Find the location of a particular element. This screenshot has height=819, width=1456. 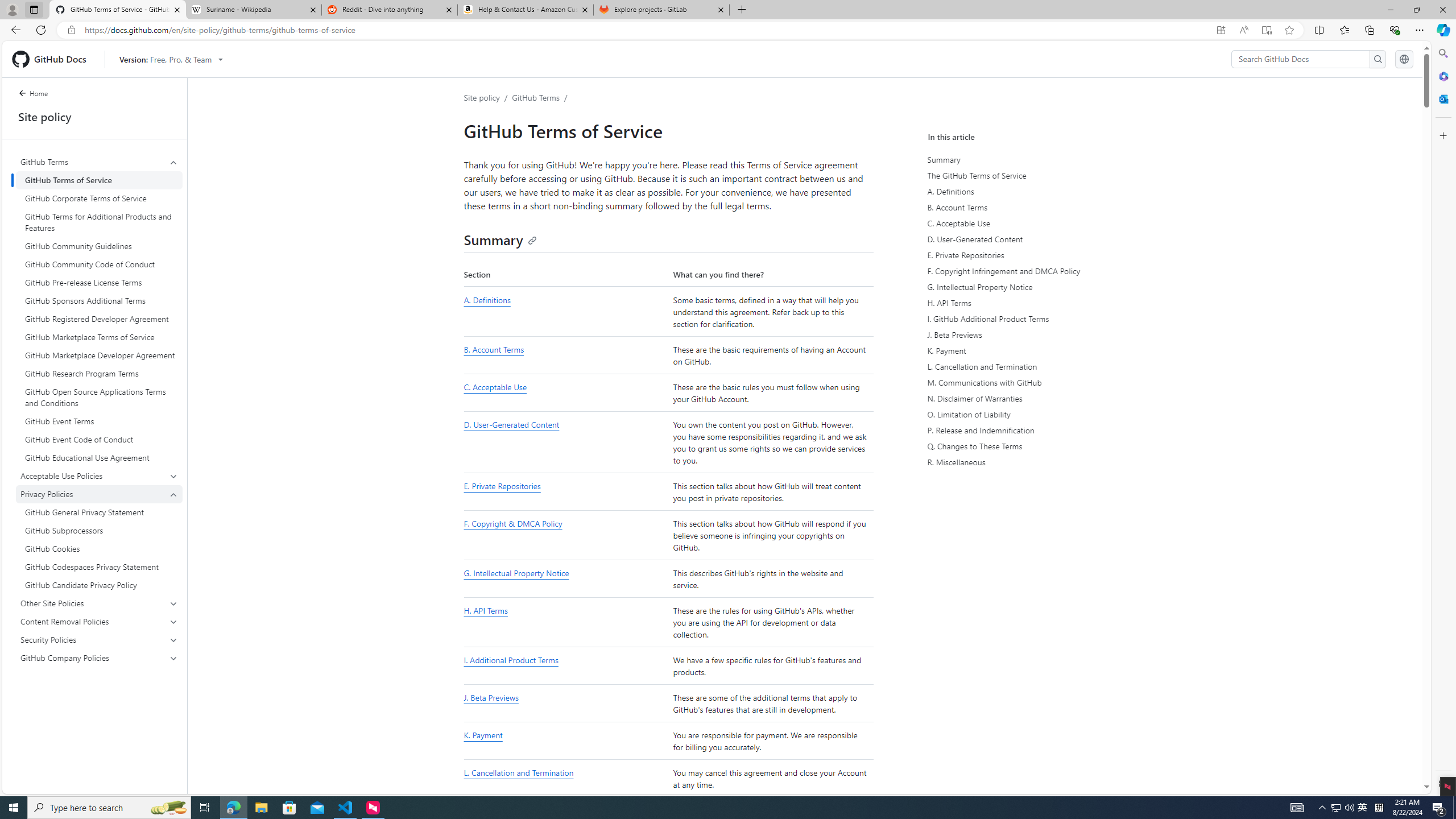

'GitHub Terms of Service - GitHub Docs' is located at coordinates (118, 9).